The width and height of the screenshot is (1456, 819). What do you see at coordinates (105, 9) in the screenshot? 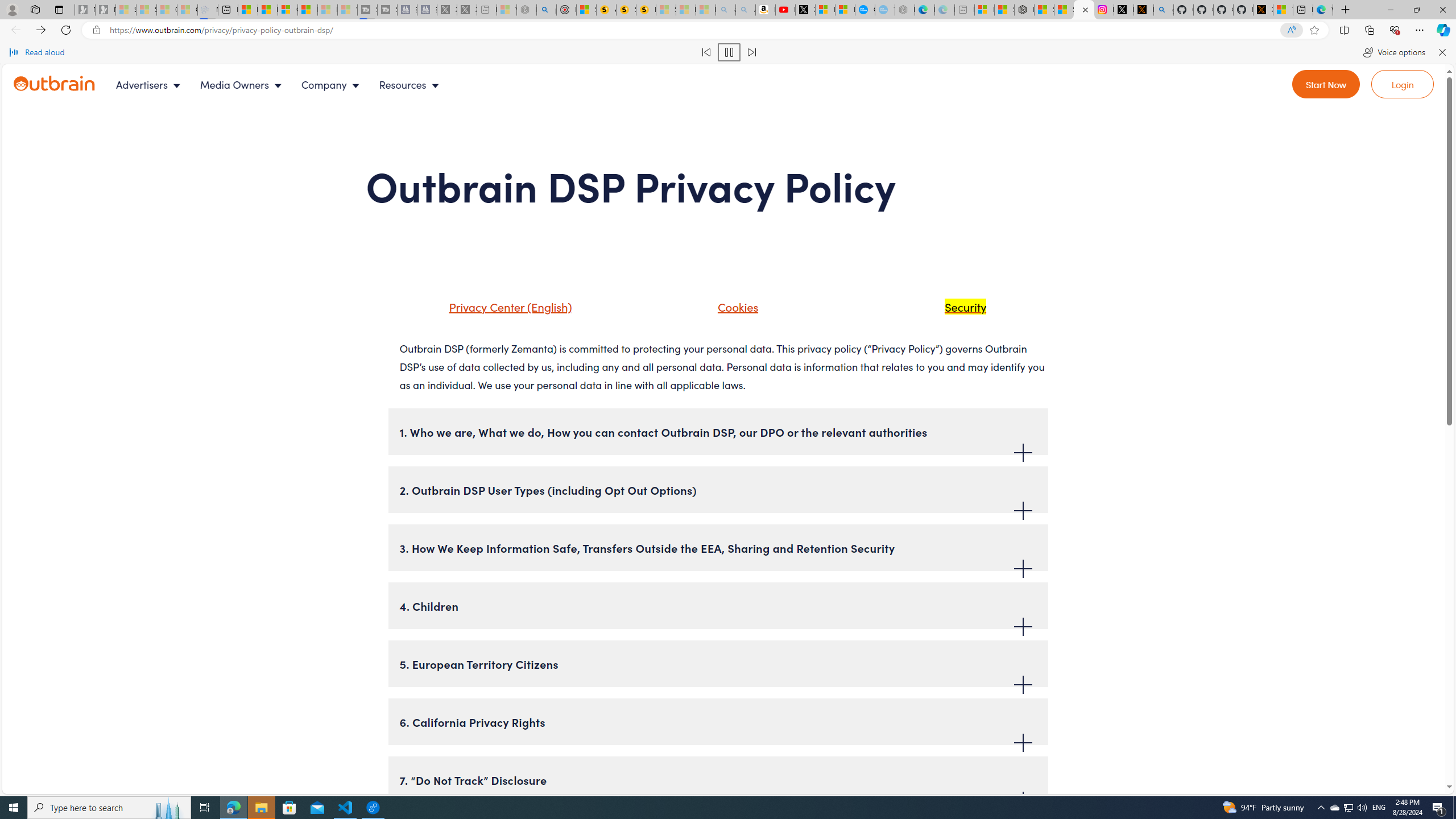
I see `'Newsletter Sign Up - Sleeping'` at bounding box center [105, 9].